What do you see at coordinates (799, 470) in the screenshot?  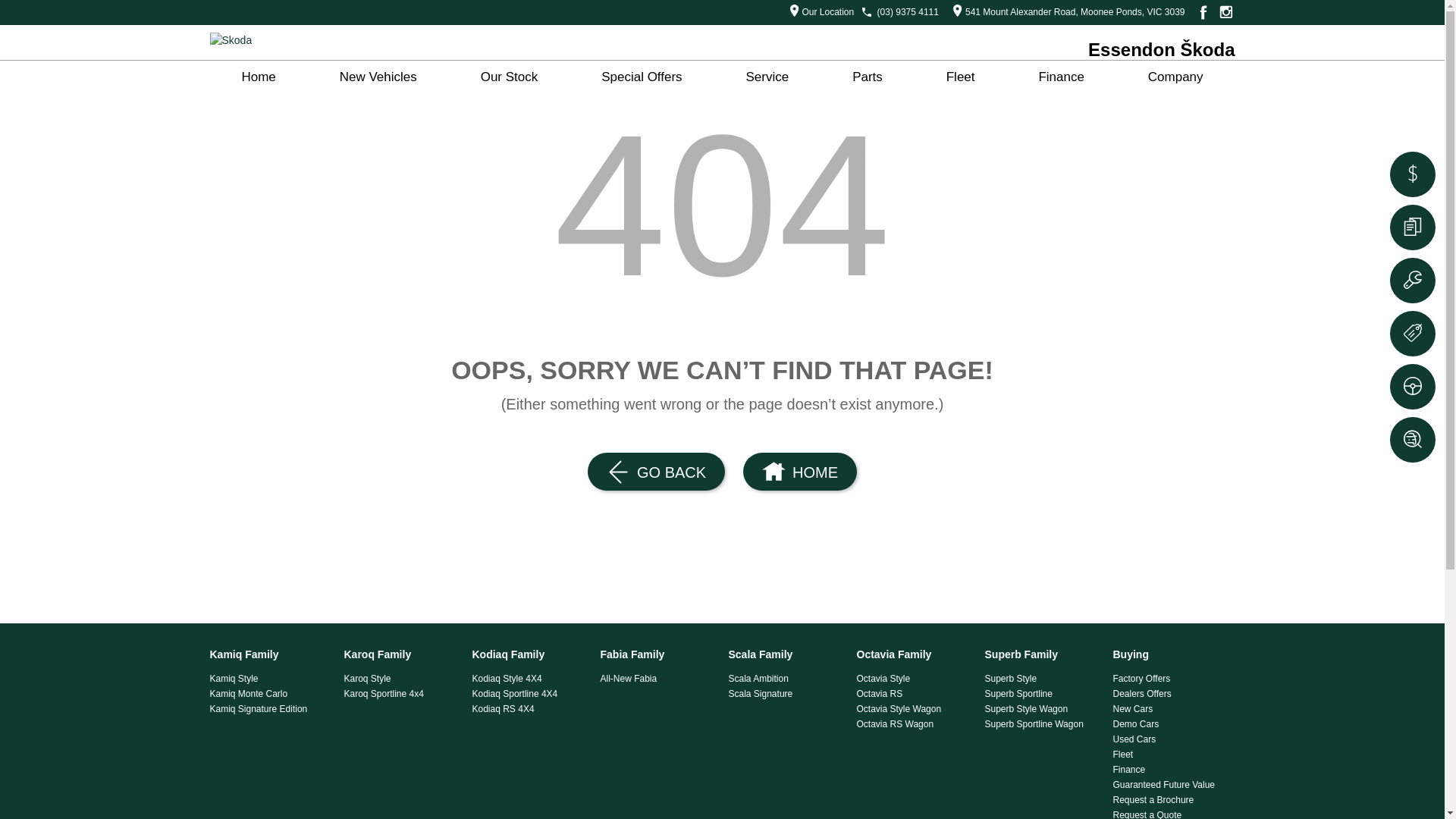 I see `'HOME'` at bounding box center [799, 470].